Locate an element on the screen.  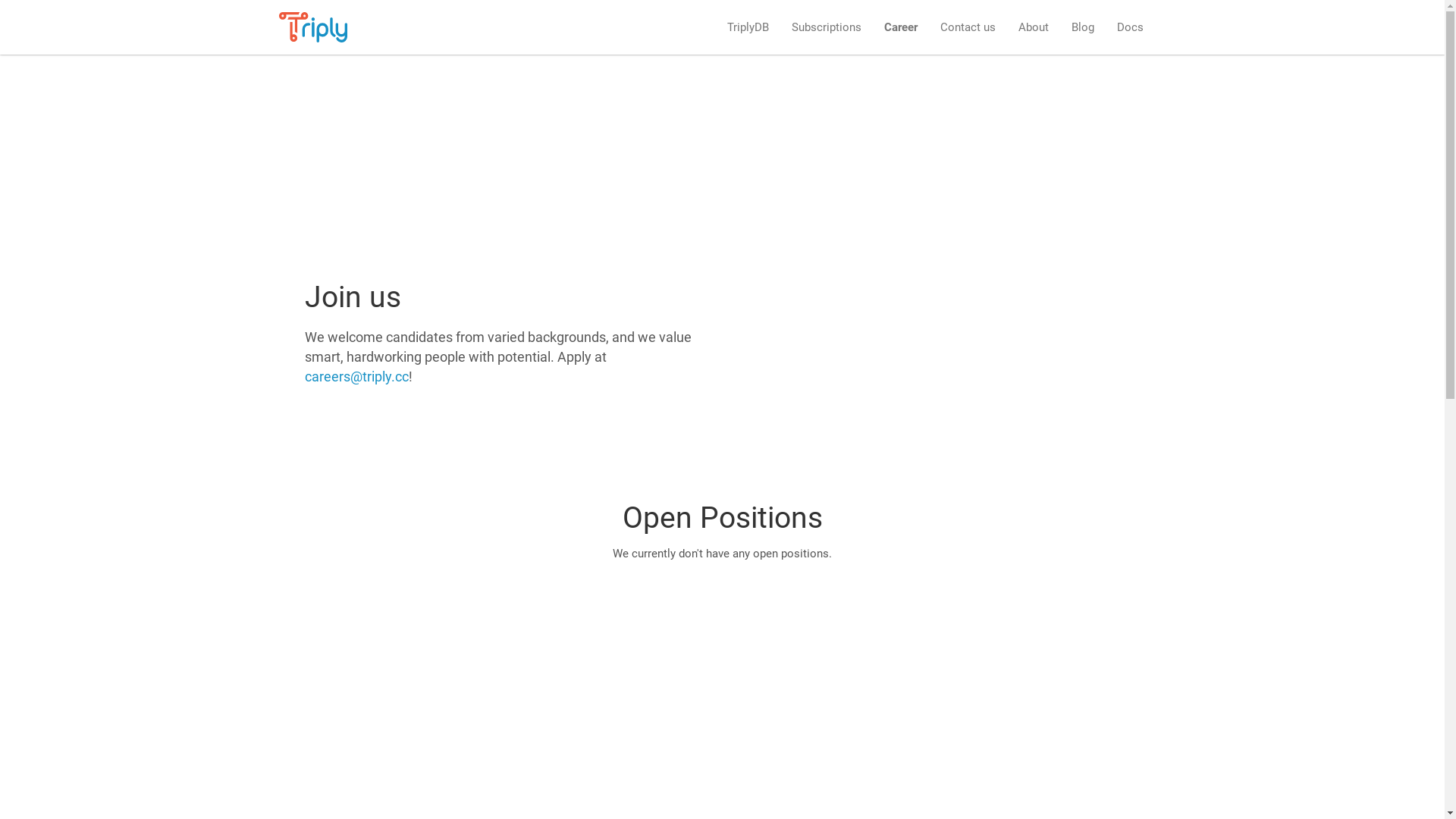
'Subscriptions' is located at coordinates (825, 27).